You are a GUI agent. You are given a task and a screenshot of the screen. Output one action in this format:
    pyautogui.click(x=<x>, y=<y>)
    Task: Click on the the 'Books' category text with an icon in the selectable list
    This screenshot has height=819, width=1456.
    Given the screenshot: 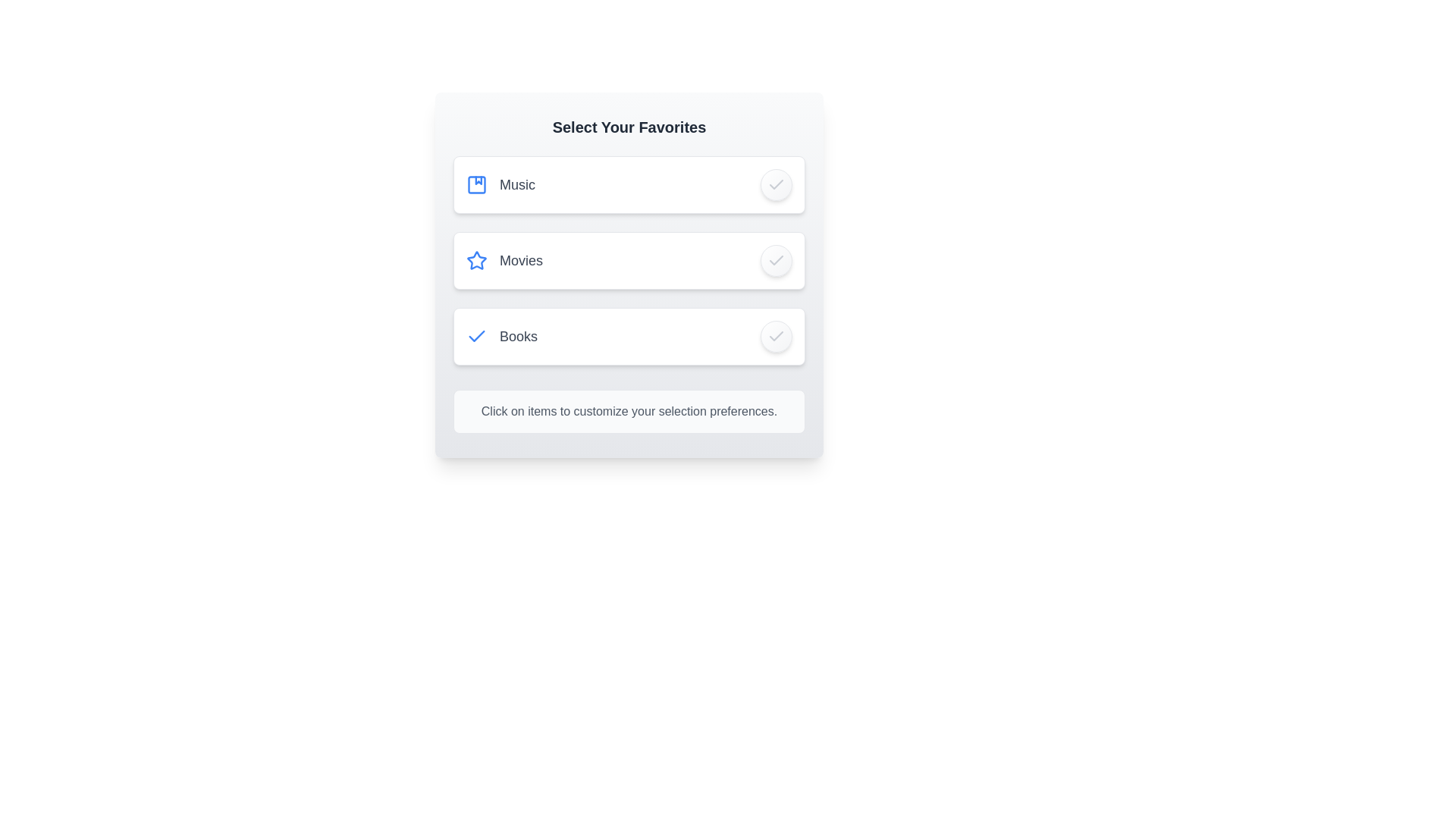 What is the action you would take?
    pyautogui.click(x=502, y=335)
    